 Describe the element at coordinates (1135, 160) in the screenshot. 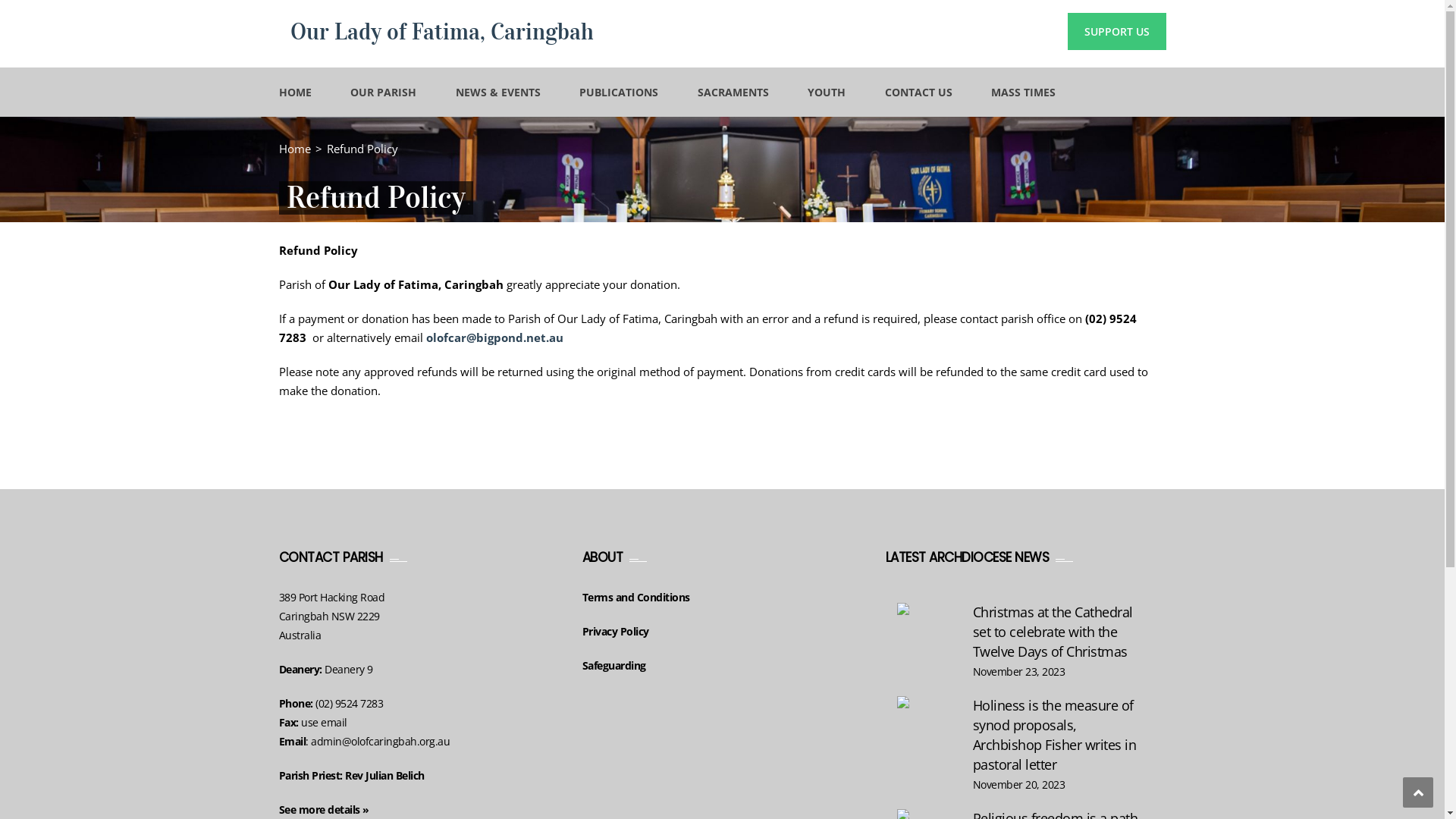

I see `'Search'` at that location.